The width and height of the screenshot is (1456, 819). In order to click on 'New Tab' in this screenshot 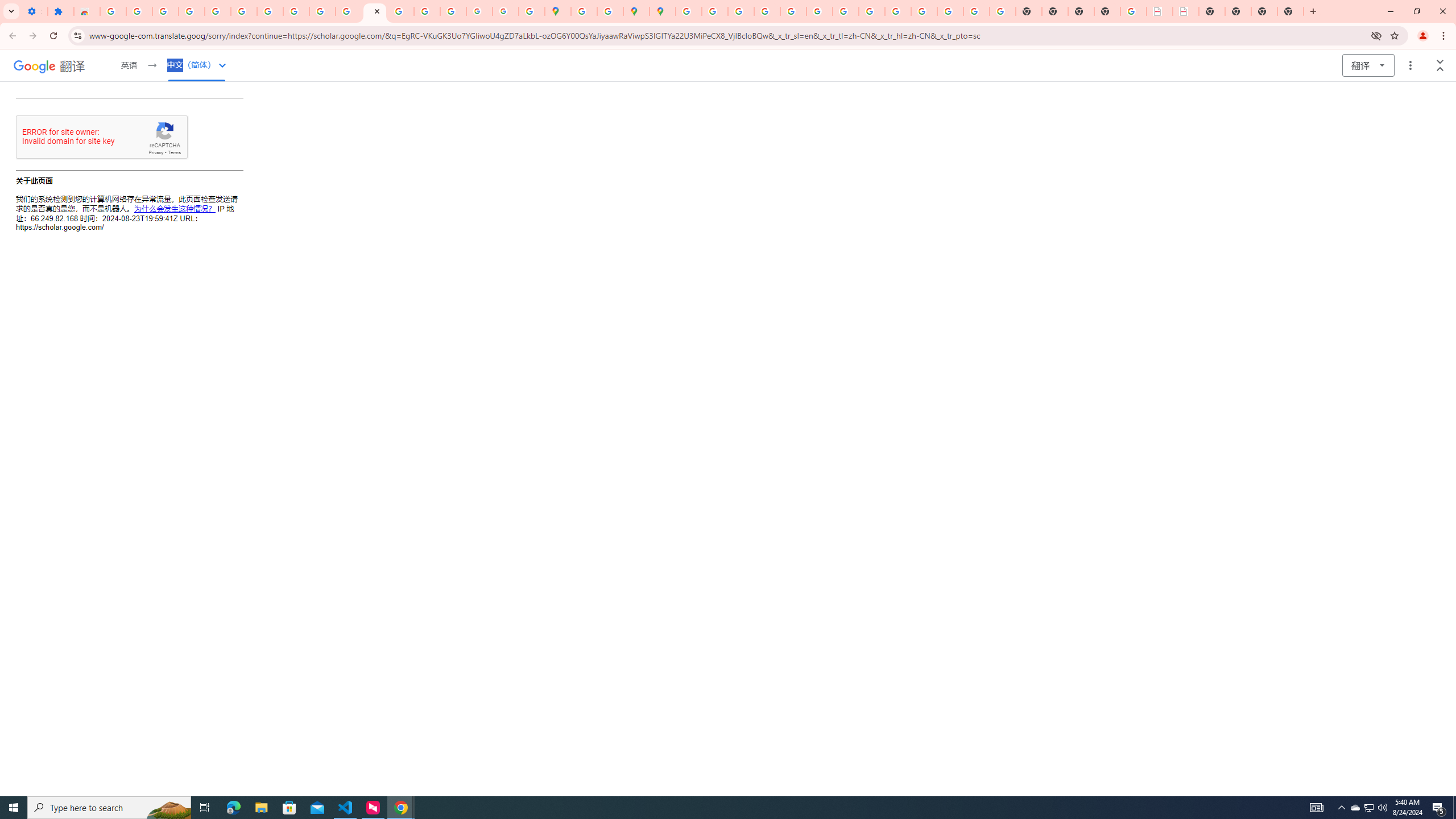, I will do `click(1290, 11)`.